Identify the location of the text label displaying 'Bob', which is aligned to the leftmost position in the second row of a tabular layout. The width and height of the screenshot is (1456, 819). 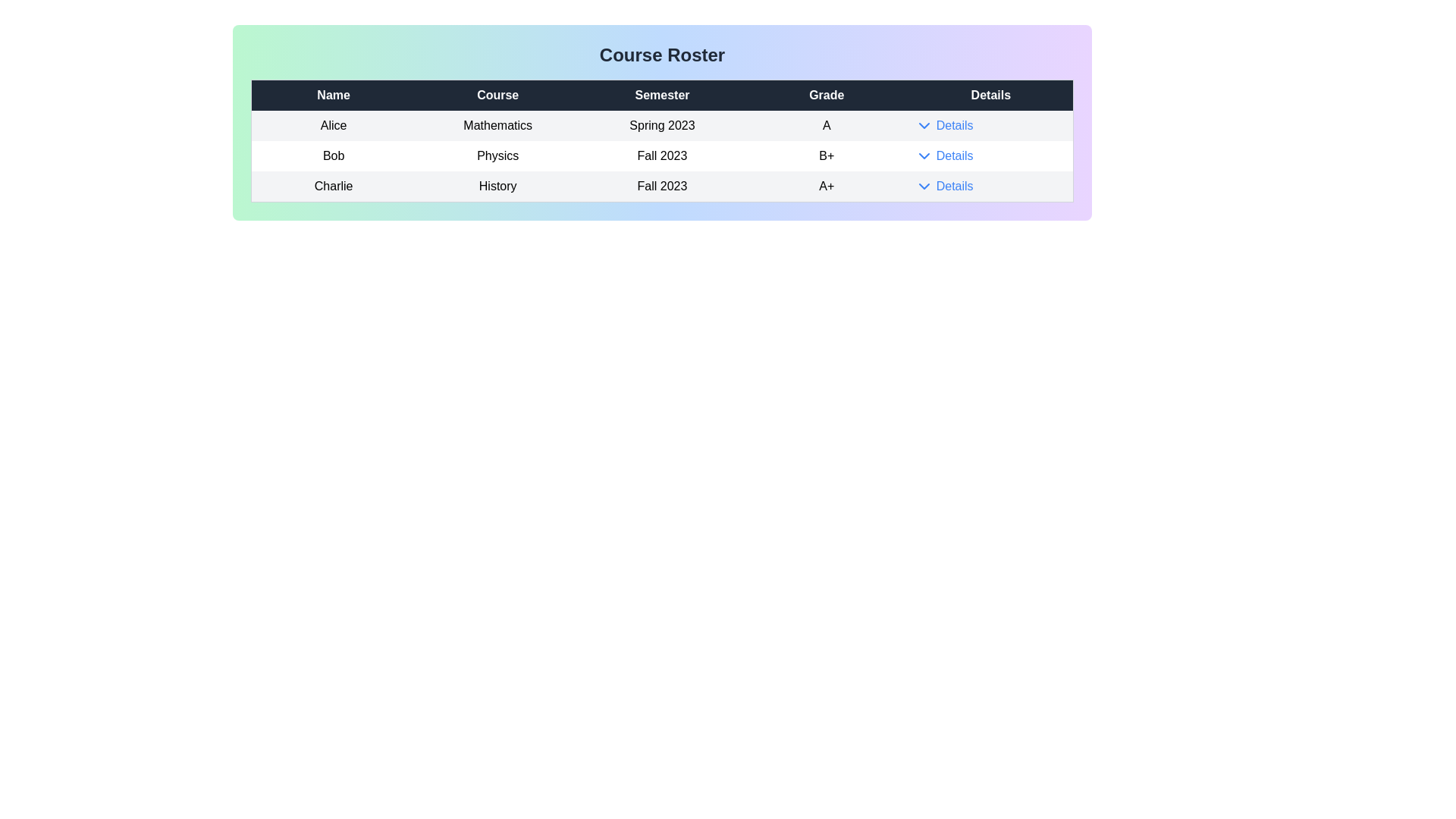
(332, 155).